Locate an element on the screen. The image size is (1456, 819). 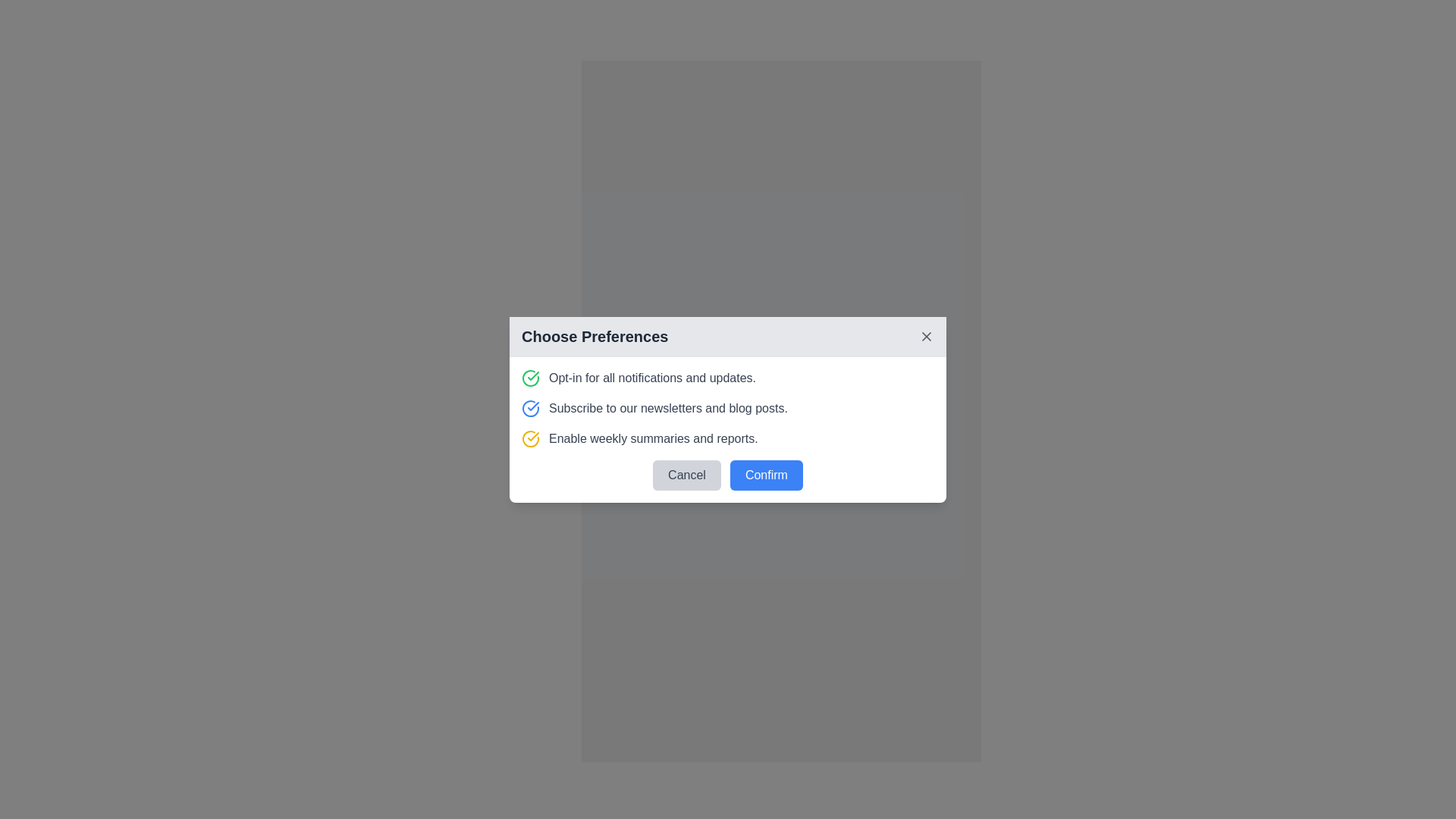
the cancel button located in the lower section of the pop-up modal is located at coordinates (686, 474).